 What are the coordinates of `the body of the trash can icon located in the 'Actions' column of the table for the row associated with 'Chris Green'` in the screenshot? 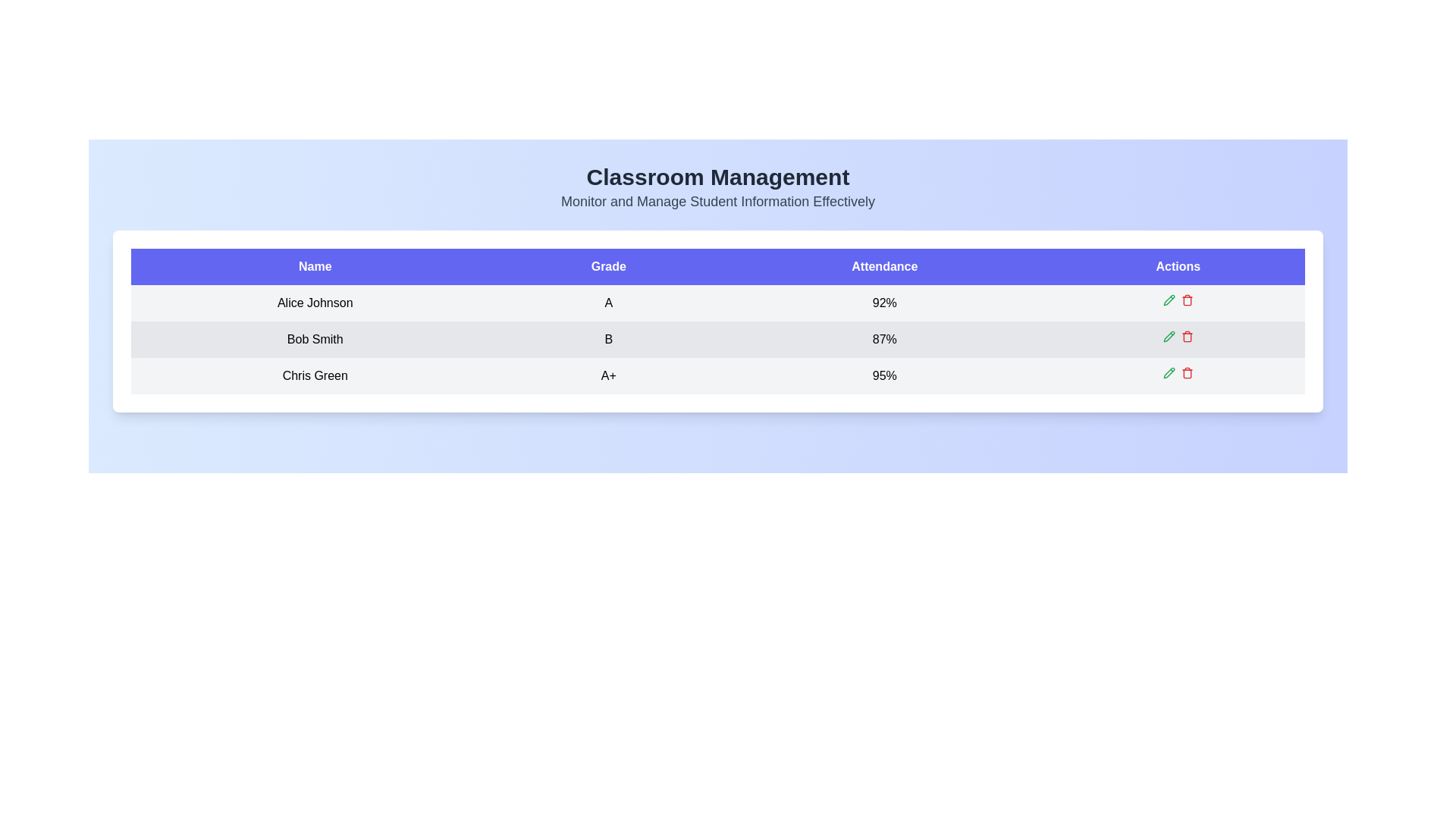 It's located at (1186, 374).